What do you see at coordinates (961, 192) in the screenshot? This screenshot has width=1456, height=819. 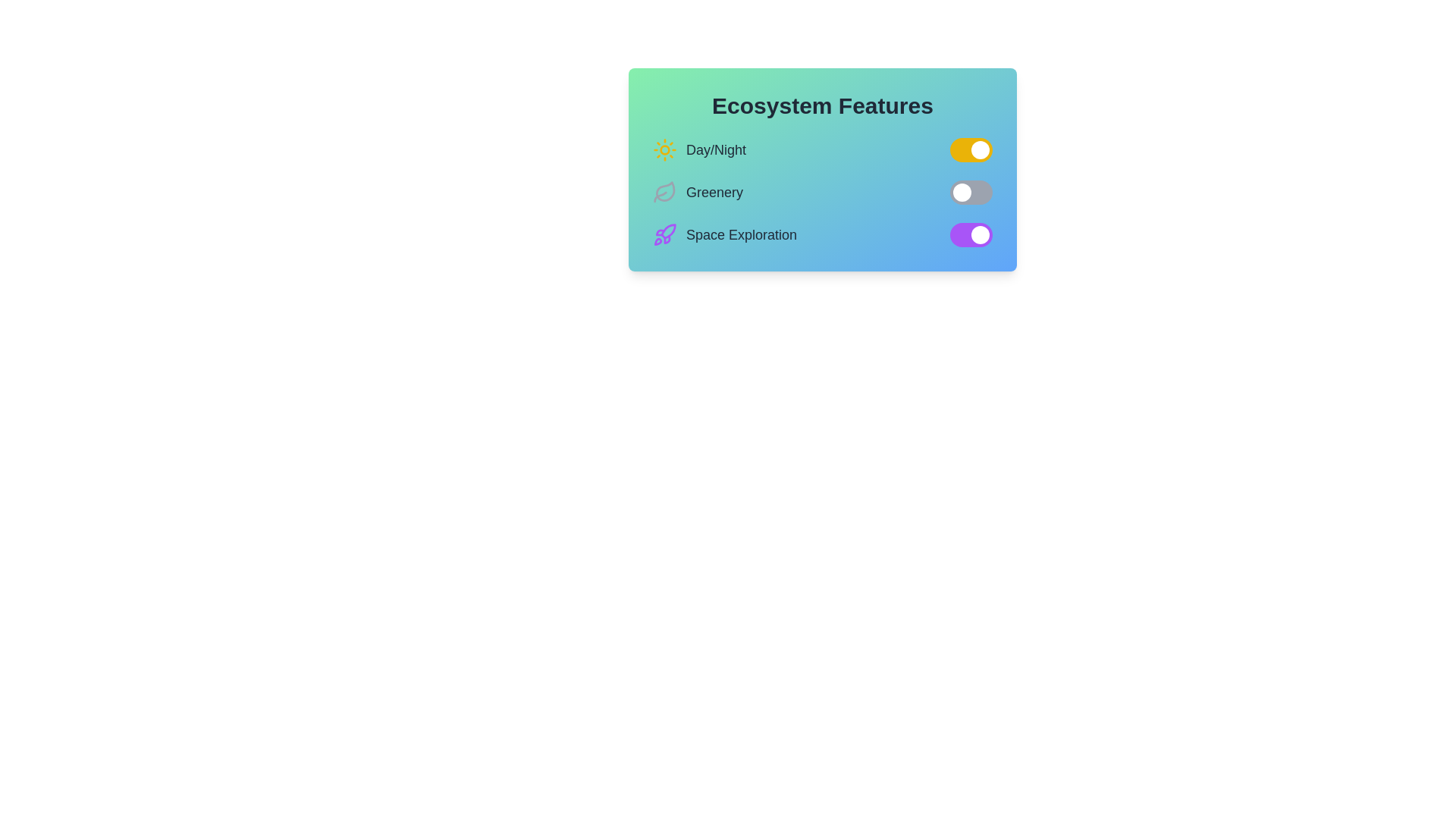 I see `the toggle knob of the middle toggle switch` at bounding box center [961, 192].